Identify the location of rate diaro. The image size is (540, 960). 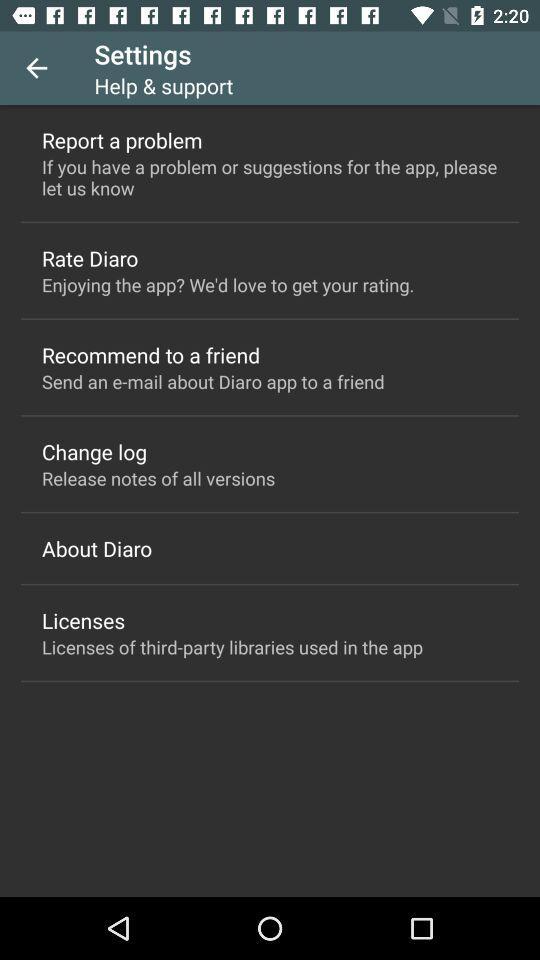
(89, 257).